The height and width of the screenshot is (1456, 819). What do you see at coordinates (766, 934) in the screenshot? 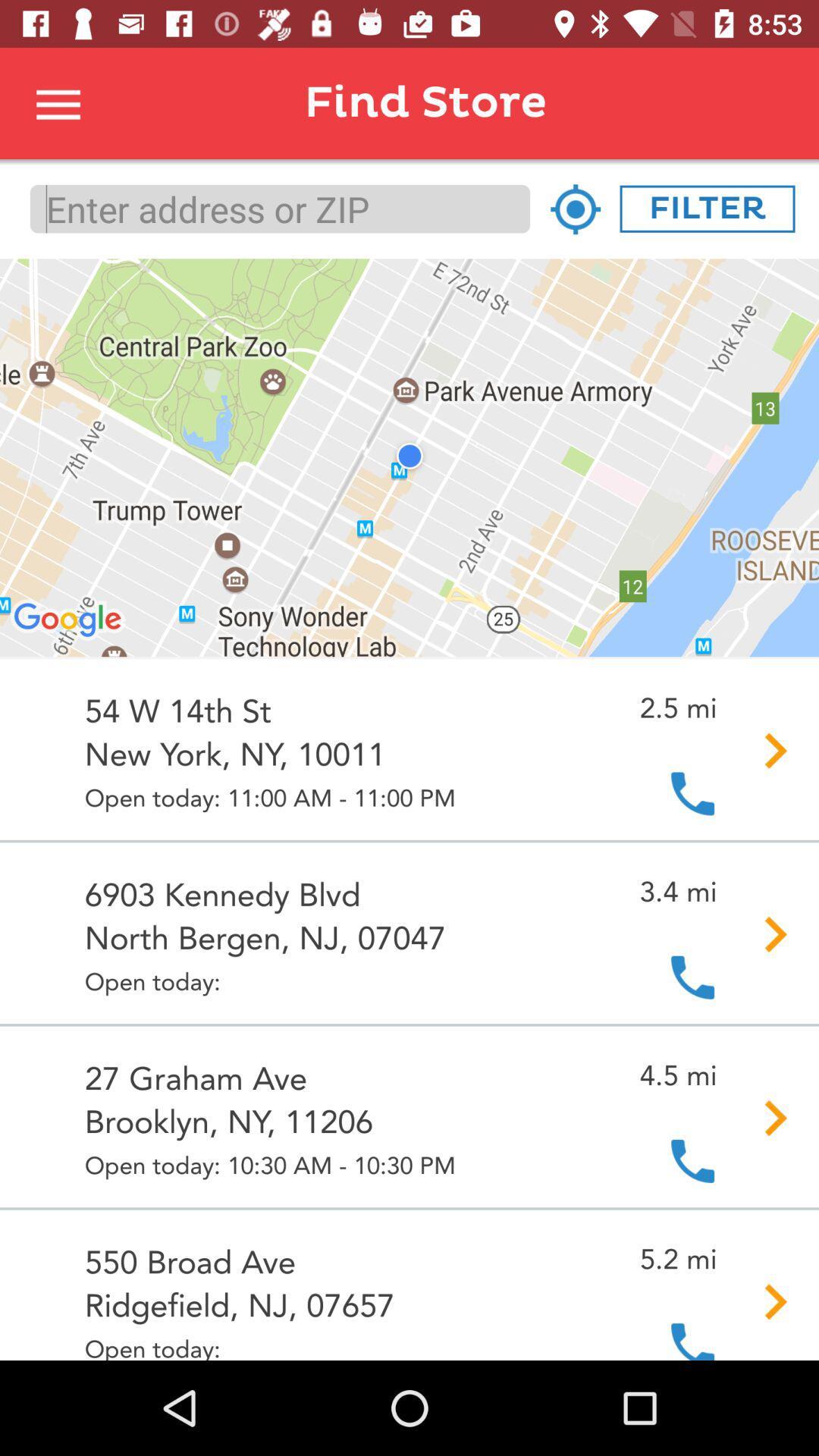
I see `the move forward button below 34 mi` at bounding box center [766, 934].